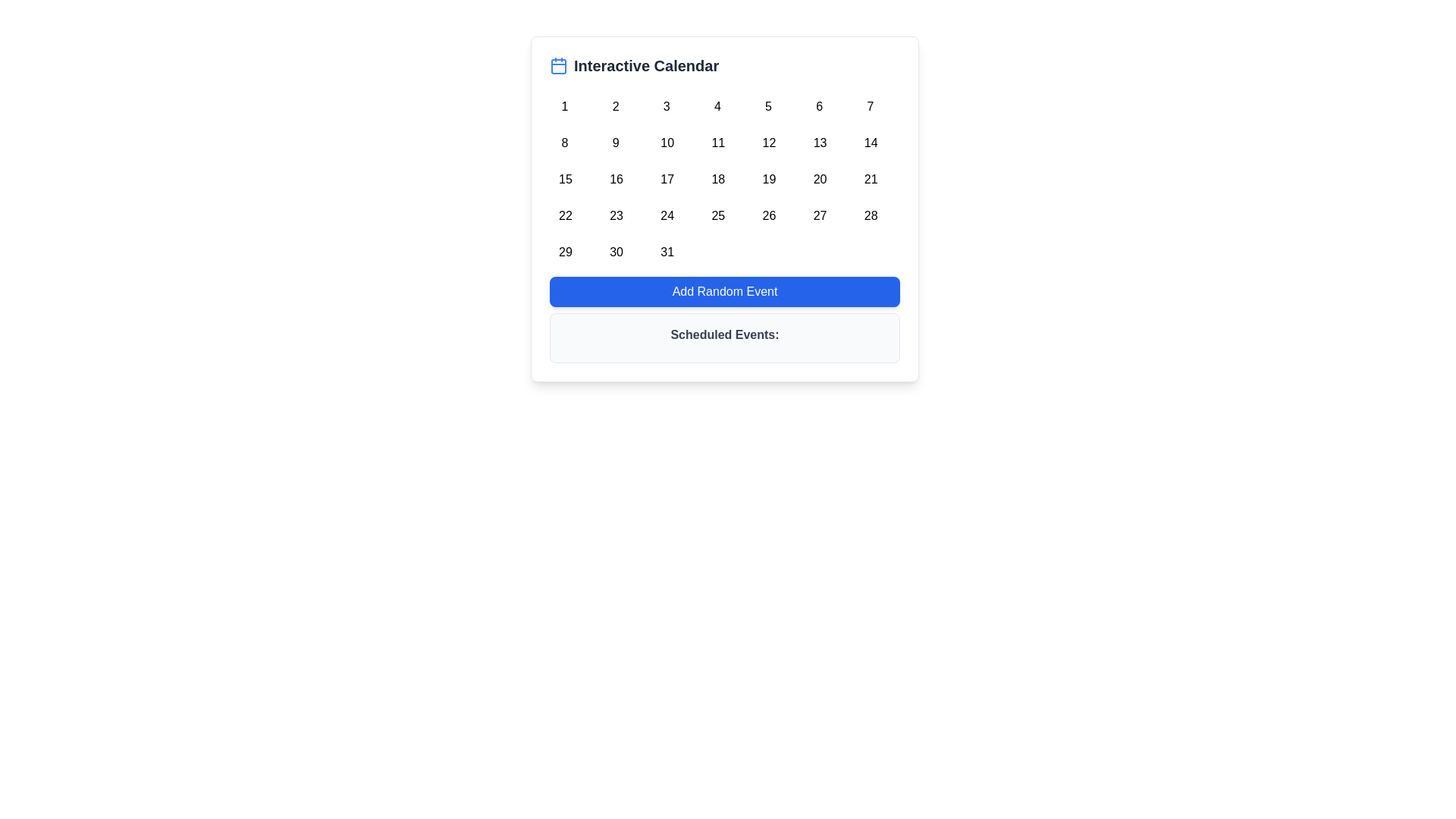 Image resolution: width=1456 pixels, height=819 pixels. I want to click on the square-shaped button displaying the number '2' in the interactive calendar, so click(616, 103).